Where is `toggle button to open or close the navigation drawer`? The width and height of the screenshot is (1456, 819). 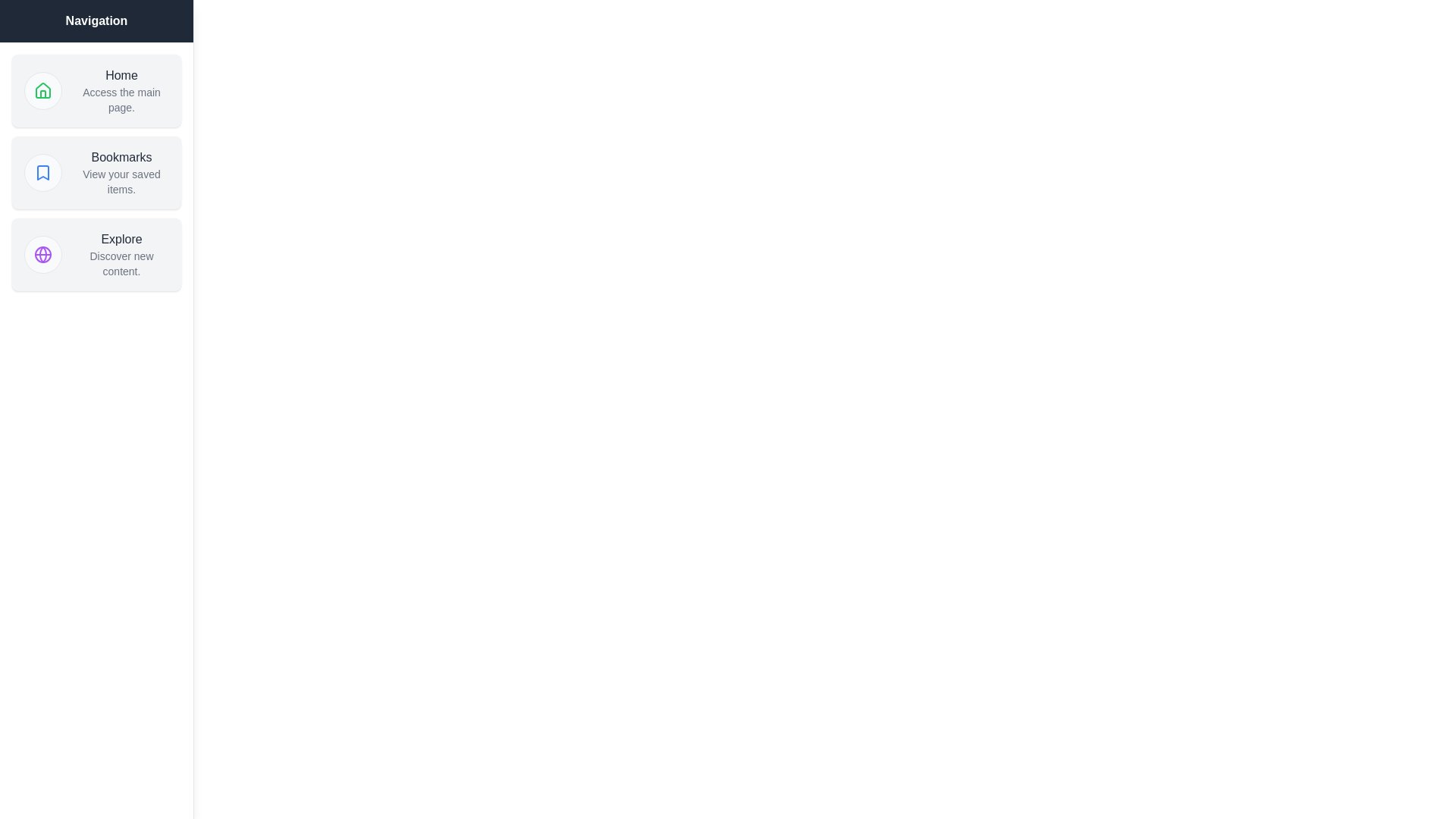 toggle button to open or close the navigation drawer is located at coordinates (30, 30).